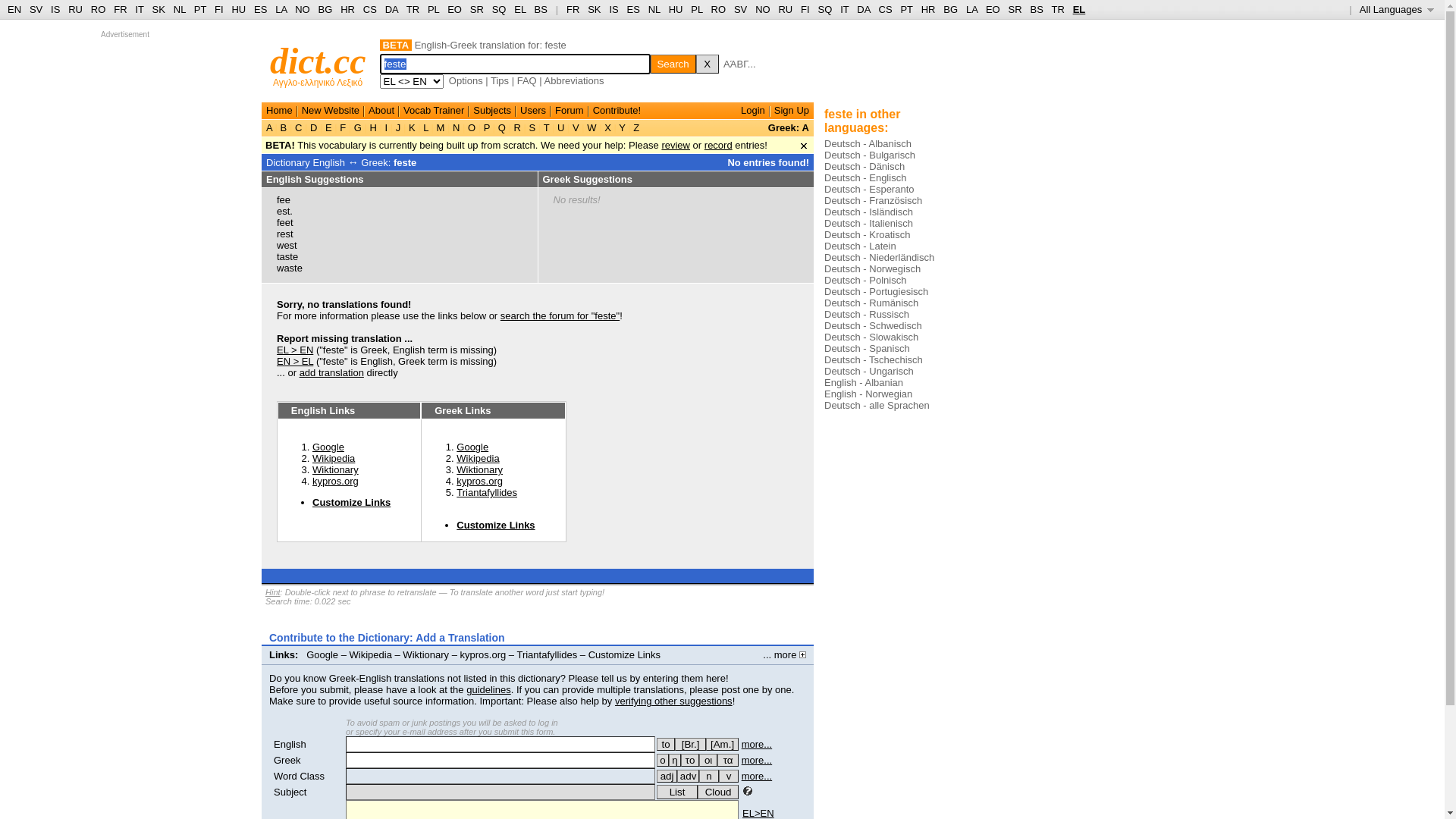  What do you see at coordinates (501, 127) in the screenshot?
I see `'Q'` at bounding box center [501, 127].